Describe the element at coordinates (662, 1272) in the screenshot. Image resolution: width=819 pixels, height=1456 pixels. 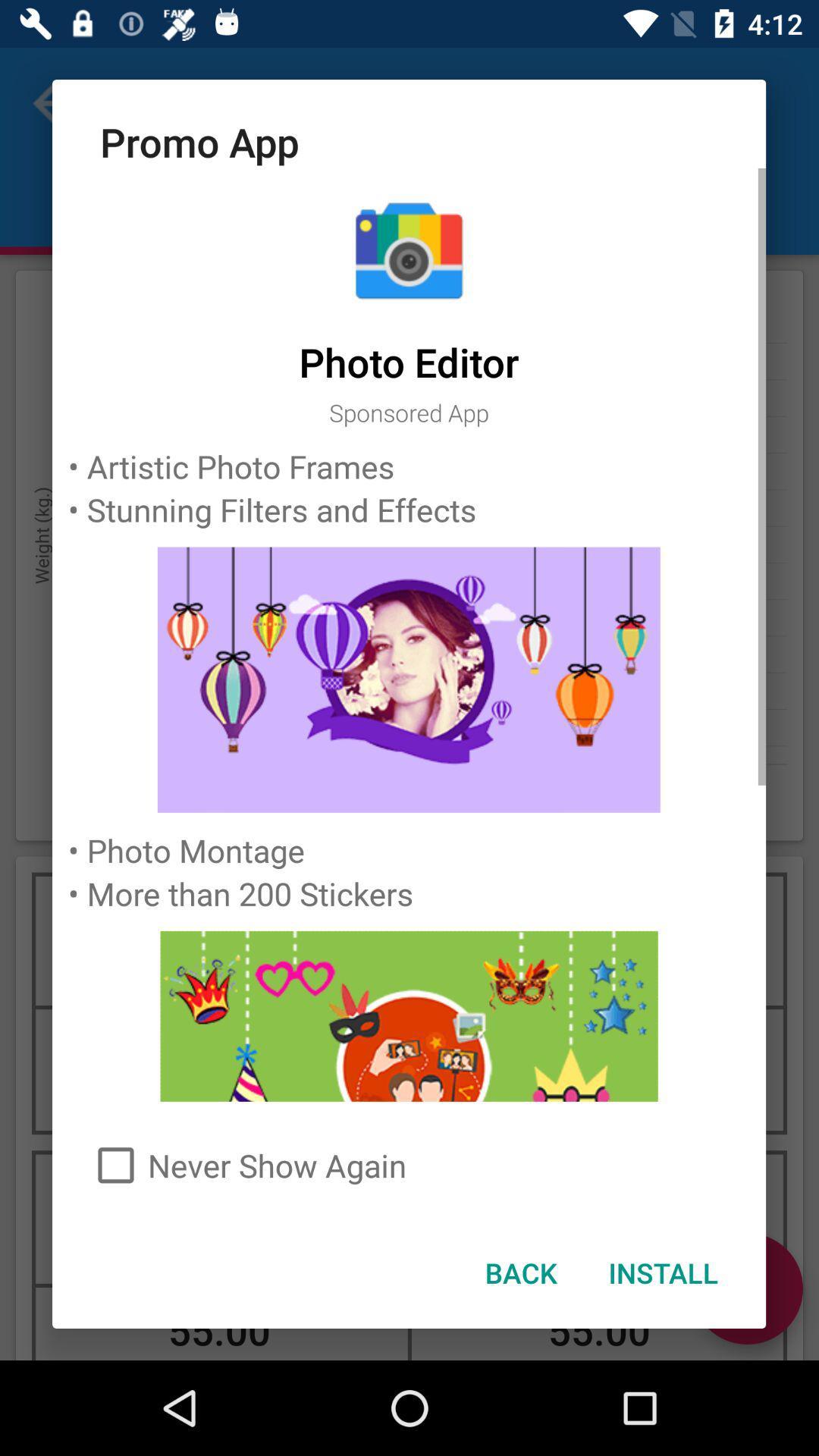
I see `the install item` at that location.